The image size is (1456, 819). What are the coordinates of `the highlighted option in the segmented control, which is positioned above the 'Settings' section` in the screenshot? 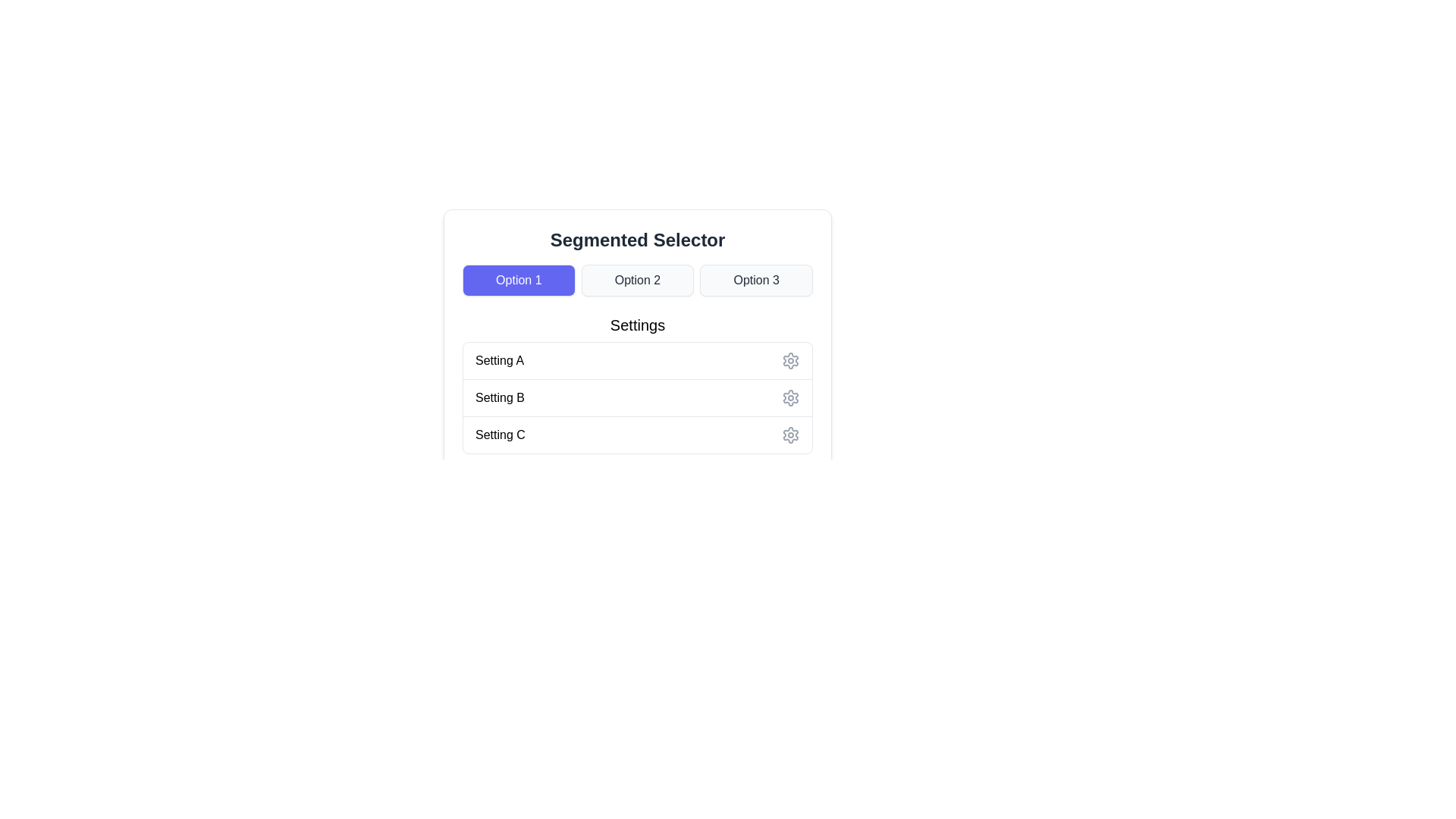 It's located at (637, 262).